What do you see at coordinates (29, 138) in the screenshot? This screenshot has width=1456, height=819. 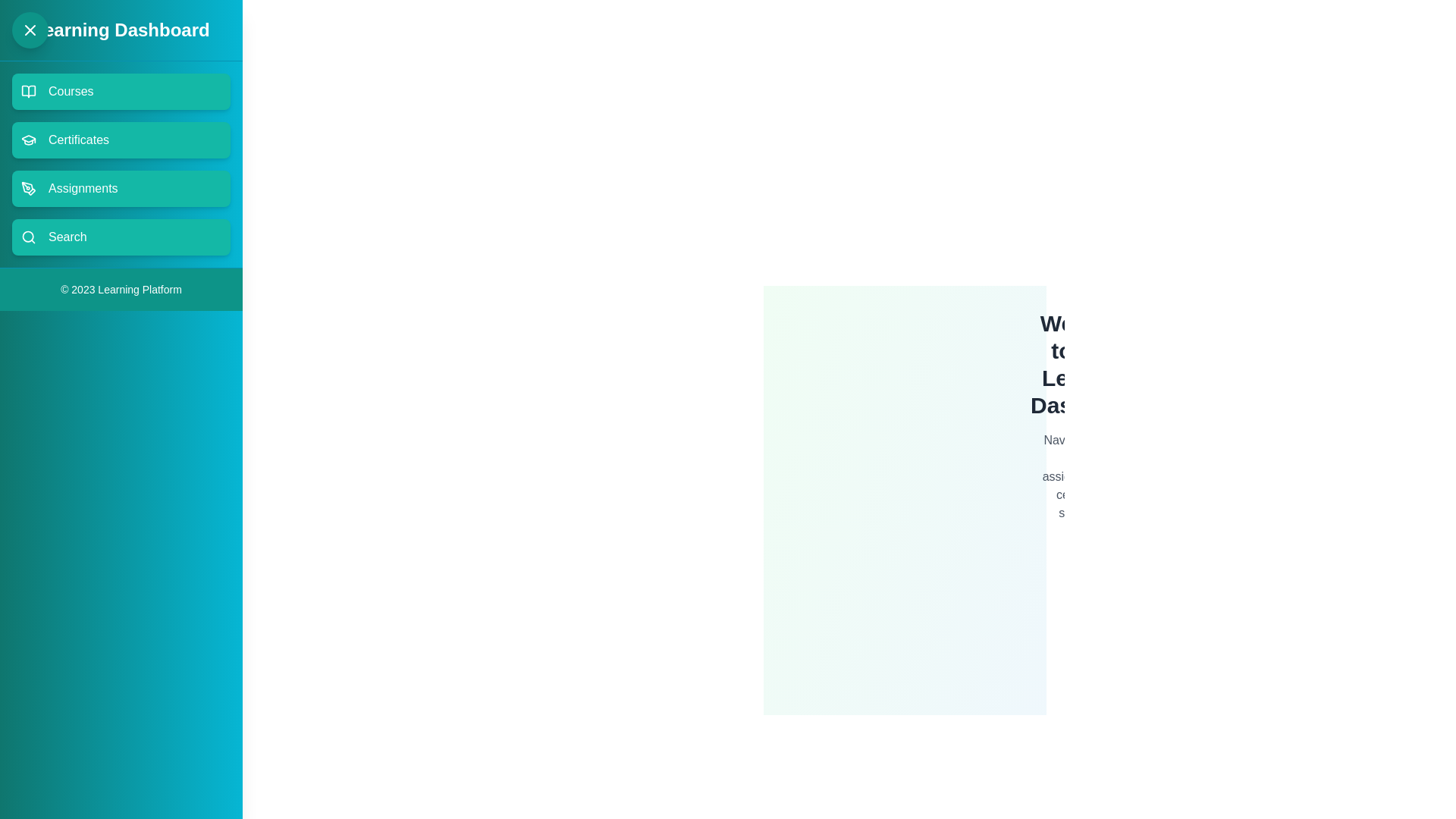 I see `the small white SVG icon resembling a stylized cap, located near the left side of the sidebar, aligned with the 'Certificates' button text` at bounding box center [29, 138].